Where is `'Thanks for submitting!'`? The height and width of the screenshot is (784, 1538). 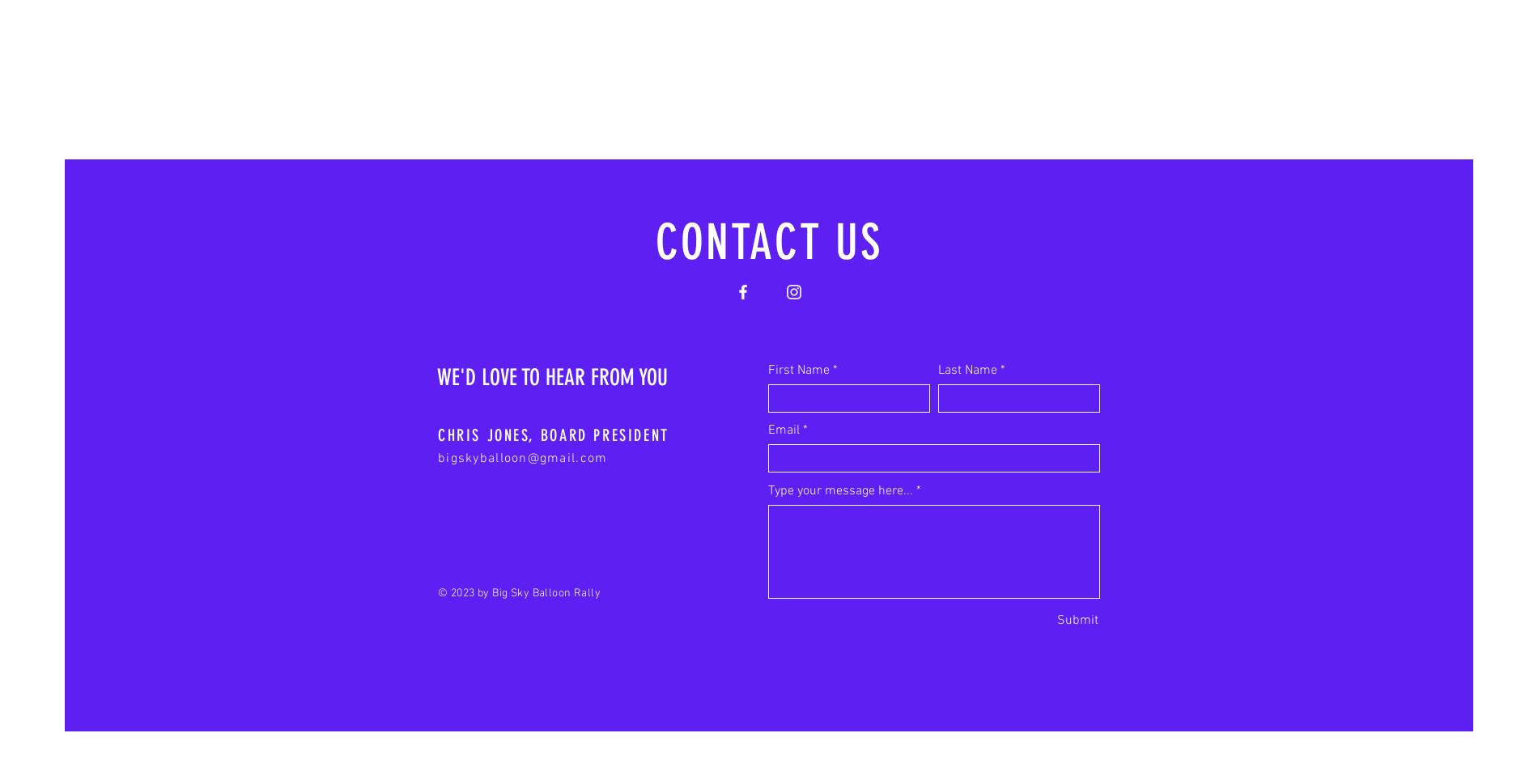 'Thanks for submitting!' is located at coordinates (1045, 642).